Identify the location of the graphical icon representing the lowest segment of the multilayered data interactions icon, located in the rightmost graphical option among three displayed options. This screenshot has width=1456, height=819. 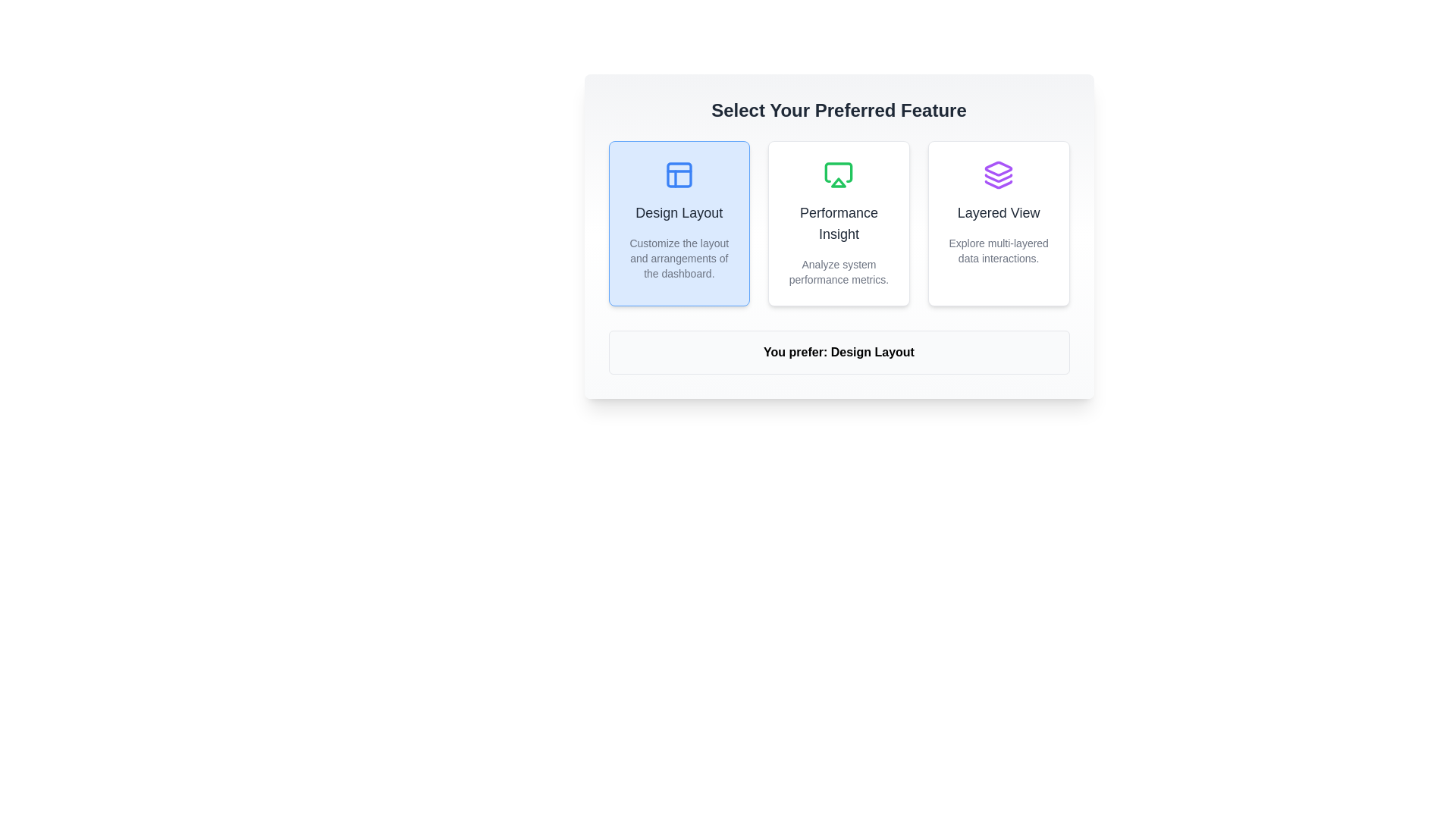
(999, 184).